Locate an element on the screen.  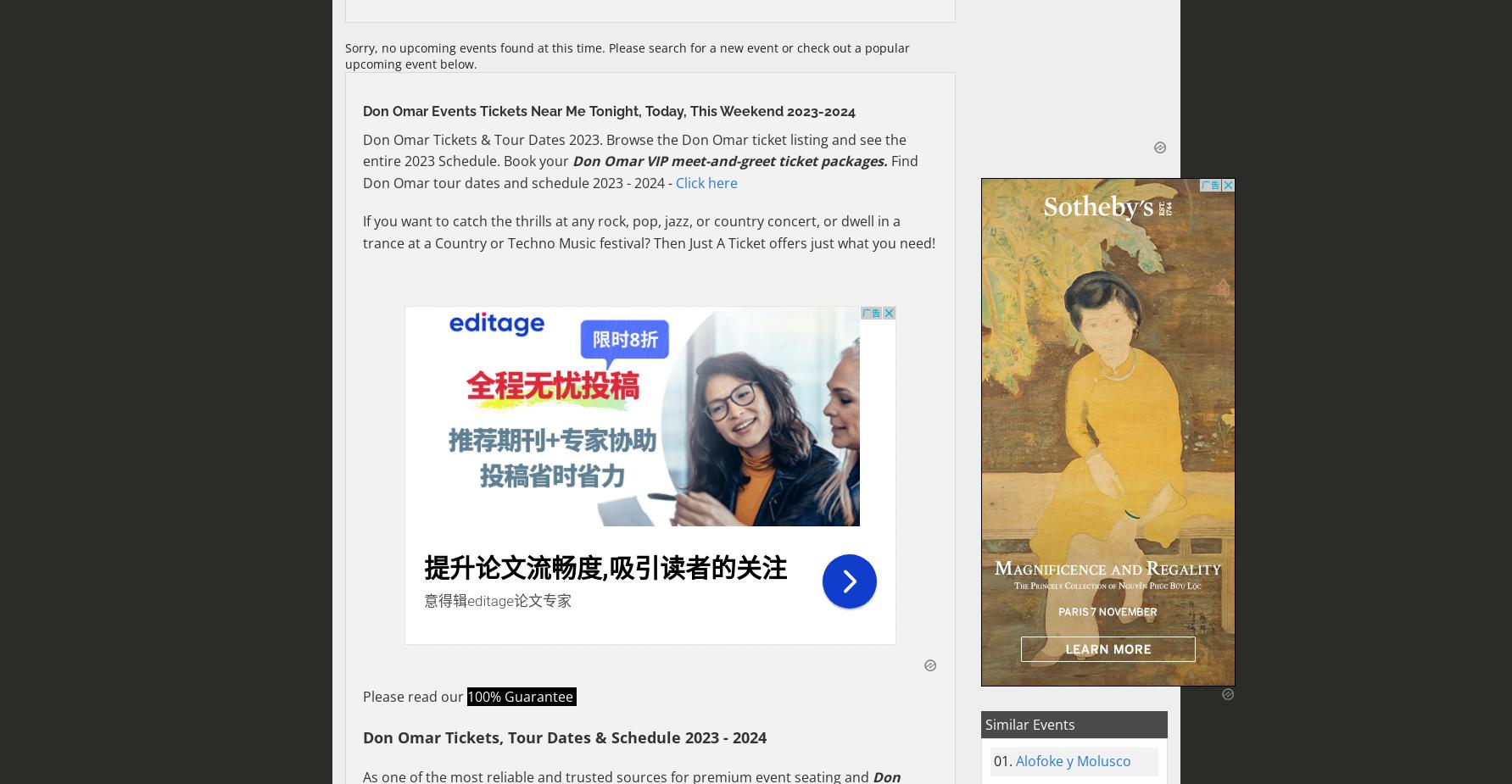
'Please read our' is located at coordinates (414, 696).